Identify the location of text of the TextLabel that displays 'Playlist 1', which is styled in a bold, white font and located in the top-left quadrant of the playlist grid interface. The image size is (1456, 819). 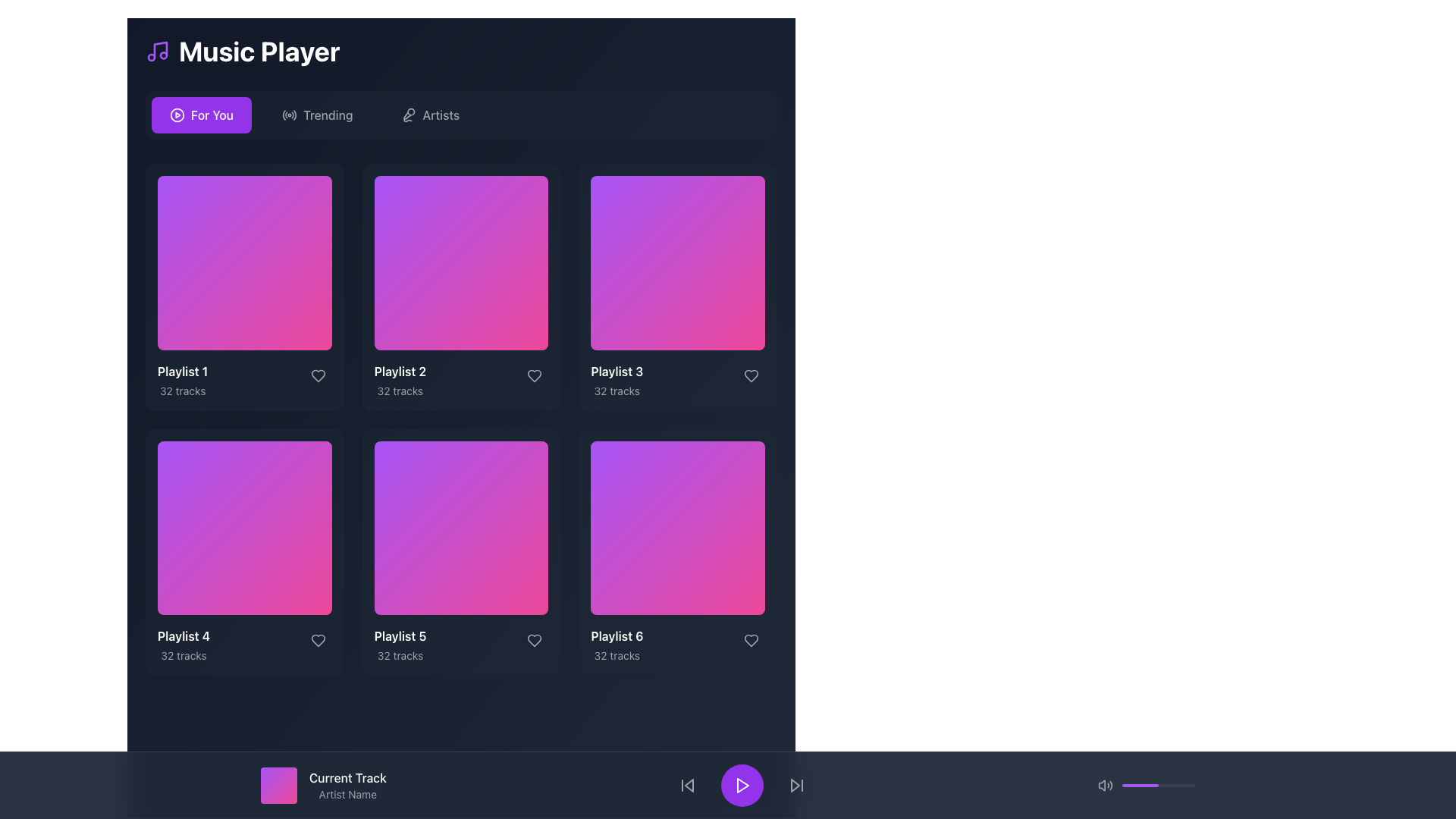
(182, 371).